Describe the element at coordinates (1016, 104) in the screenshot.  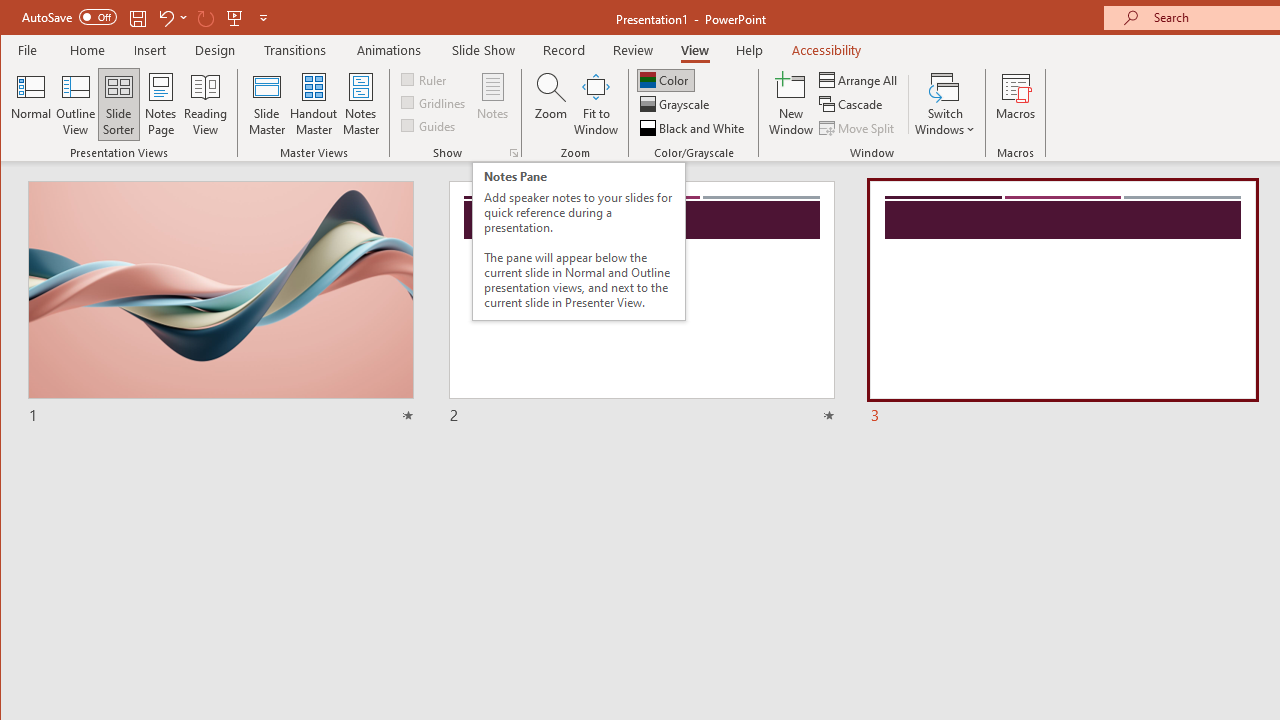
I see `'Macros'` at that location.